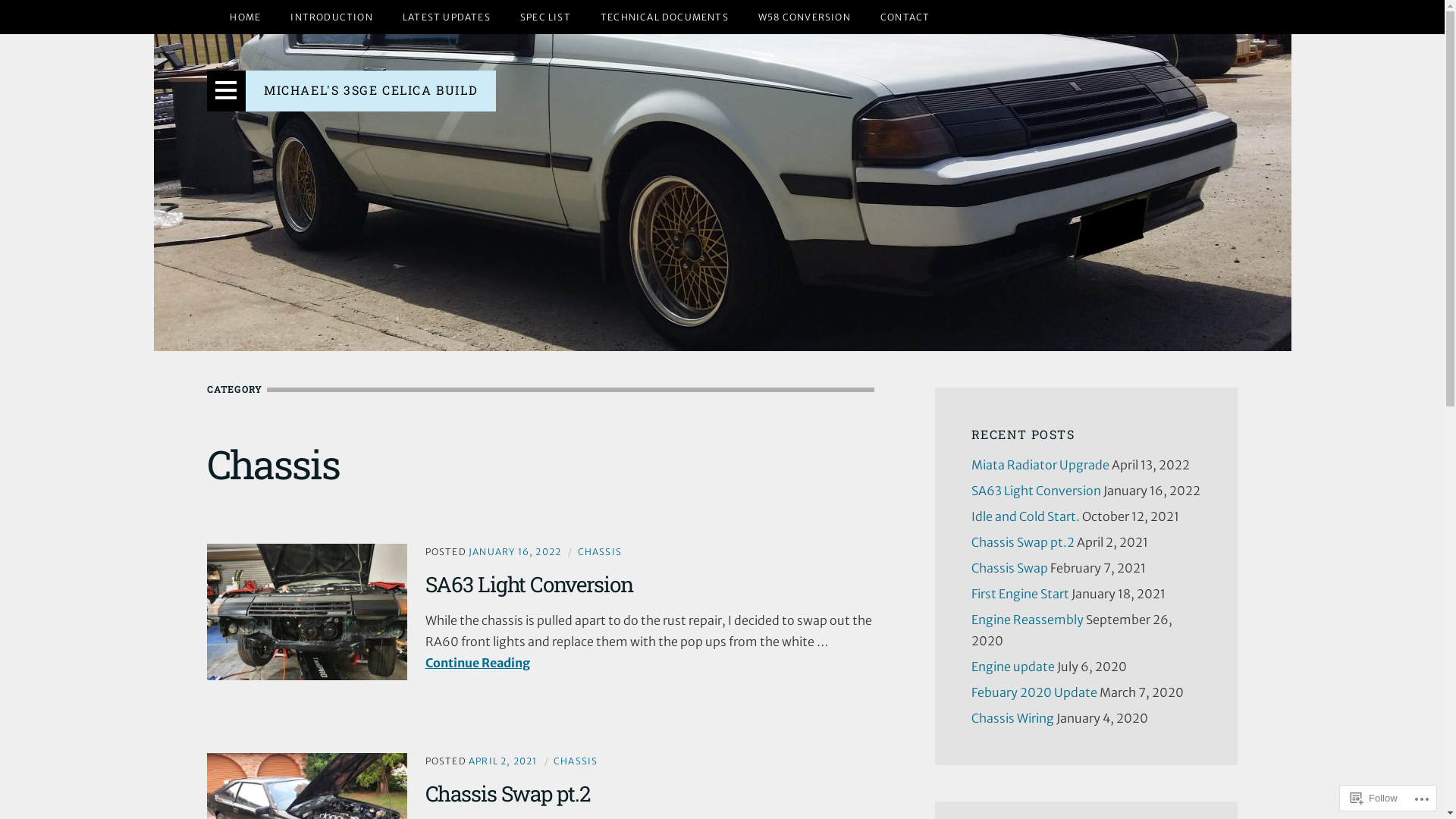 The width and height of the screenshot is (1456, 819). Describe the element at coordinates (425, 662) in the screenshot. I see `'Continue Reading'` at that location.